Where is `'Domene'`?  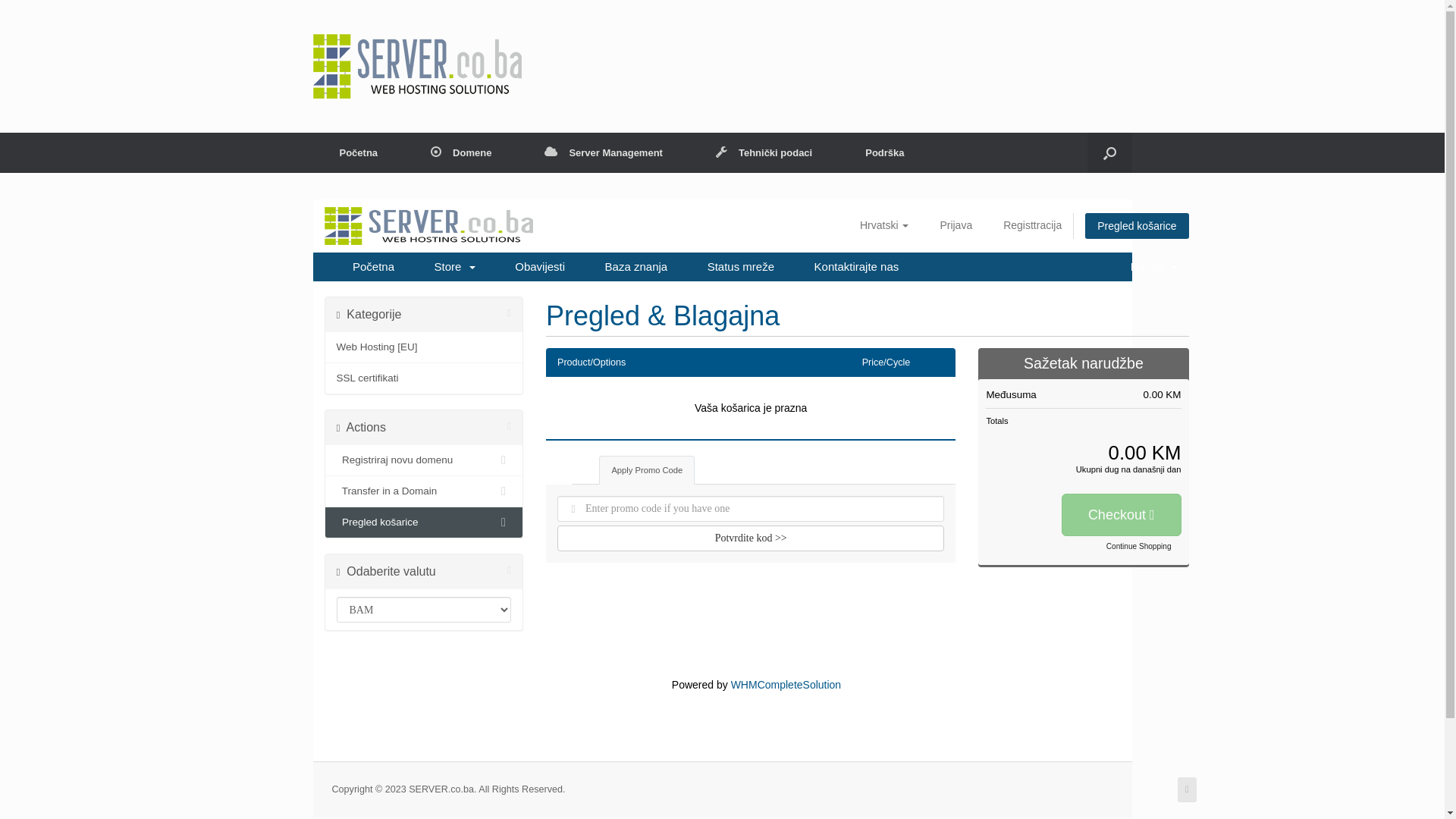
'Domene' is located at coordinates (460, 152).